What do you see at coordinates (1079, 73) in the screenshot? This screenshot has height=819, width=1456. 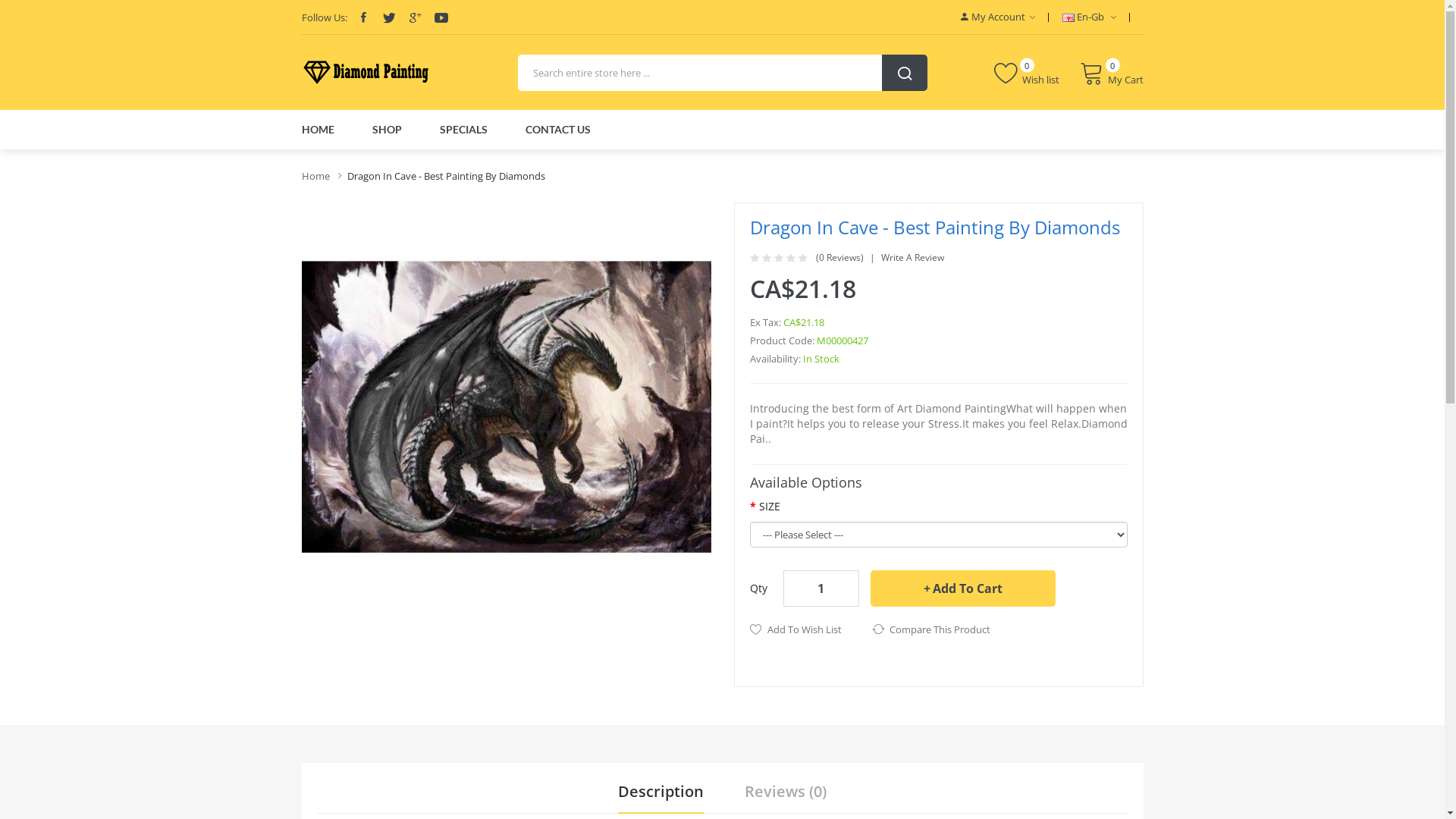 I see `'0` at bounding box center [1079, 73].